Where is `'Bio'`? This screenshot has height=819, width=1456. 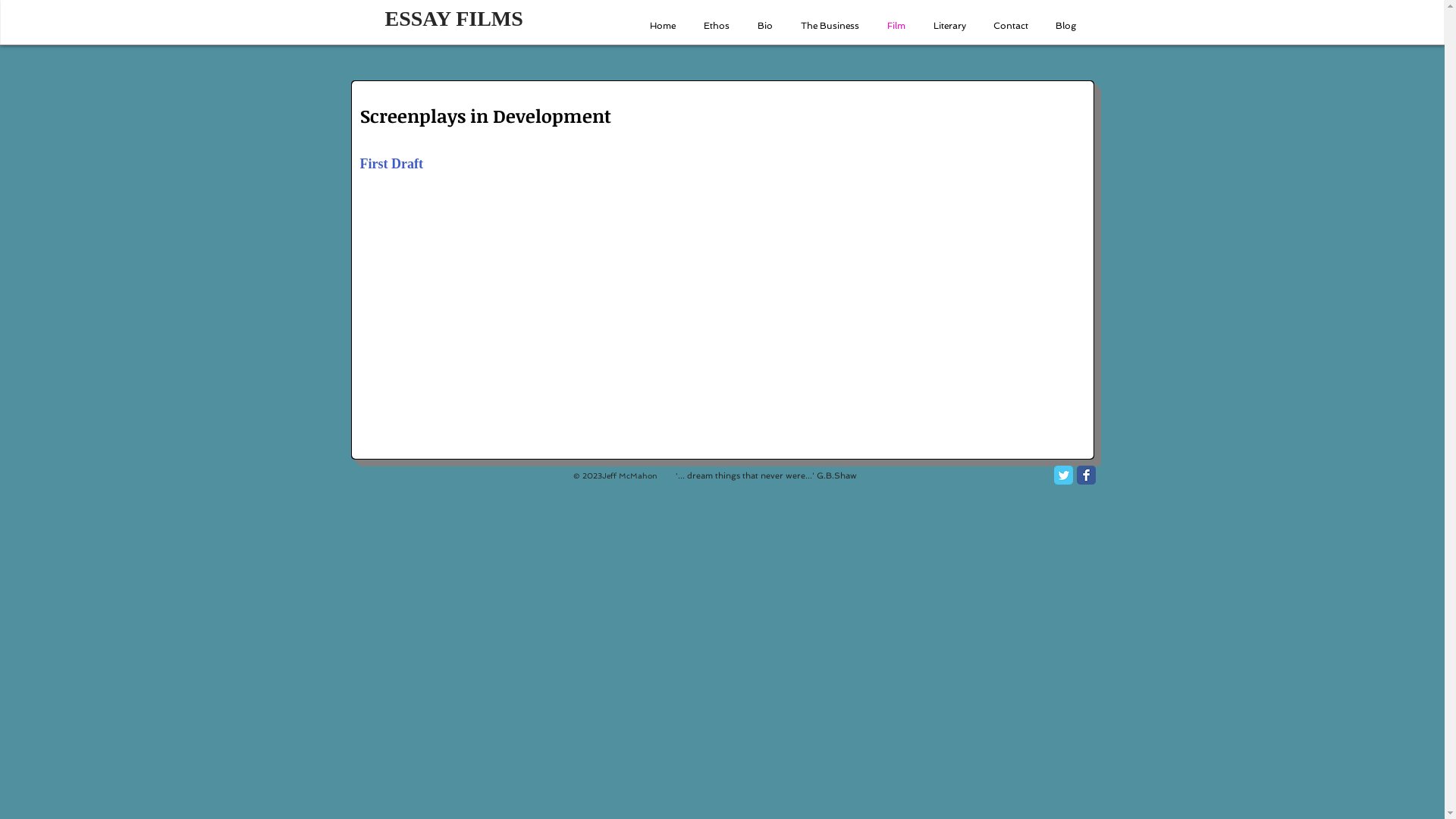
'Bio' is located at coordinates (742, 26).